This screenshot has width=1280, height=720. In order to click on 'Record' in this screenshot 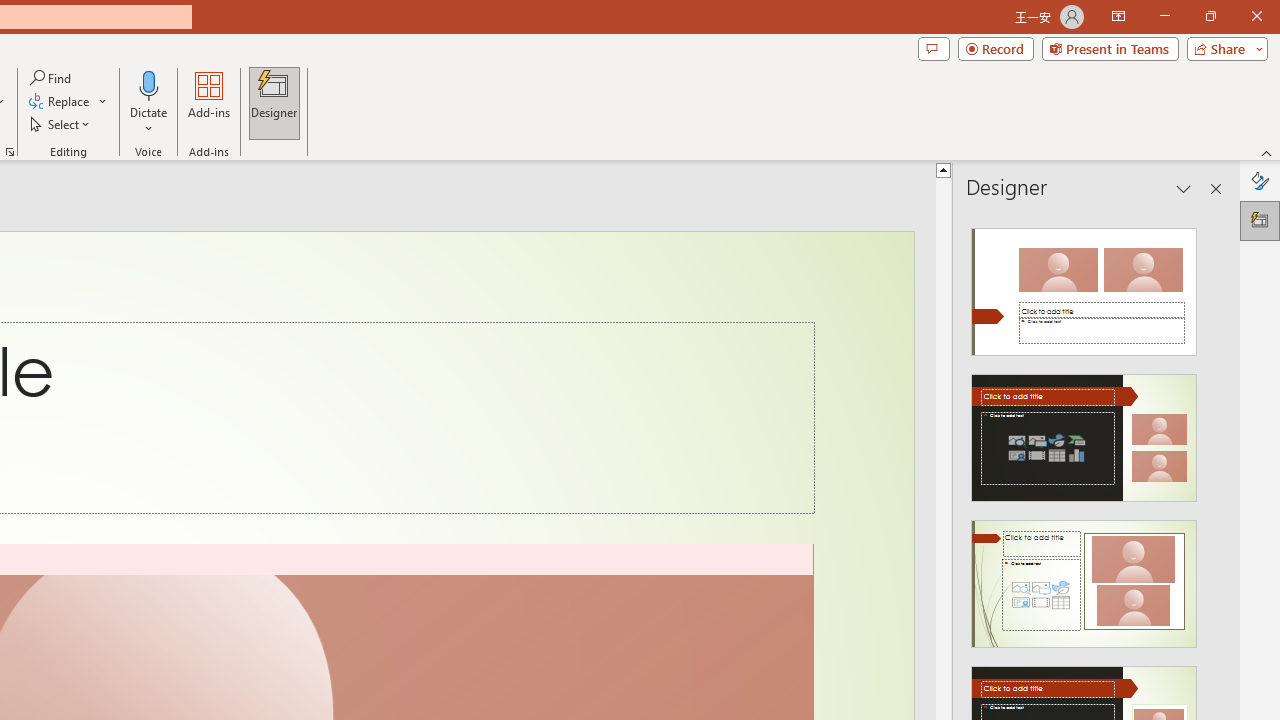, I will do `click(995, 47)`.